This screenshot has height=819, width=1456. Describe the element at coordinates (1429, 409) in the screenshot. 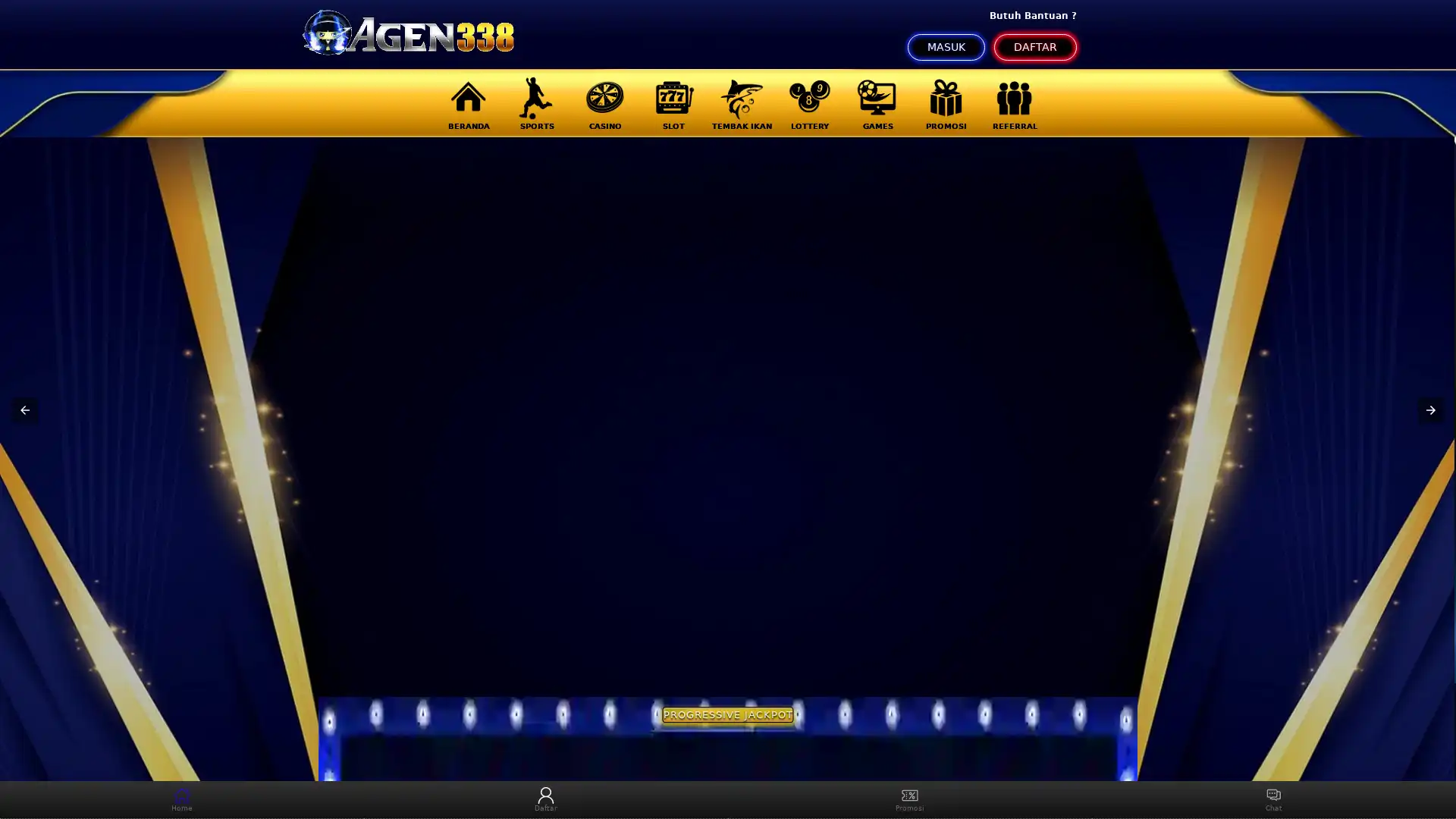

I see `Next item in carousel (2 of 4)` at that location.